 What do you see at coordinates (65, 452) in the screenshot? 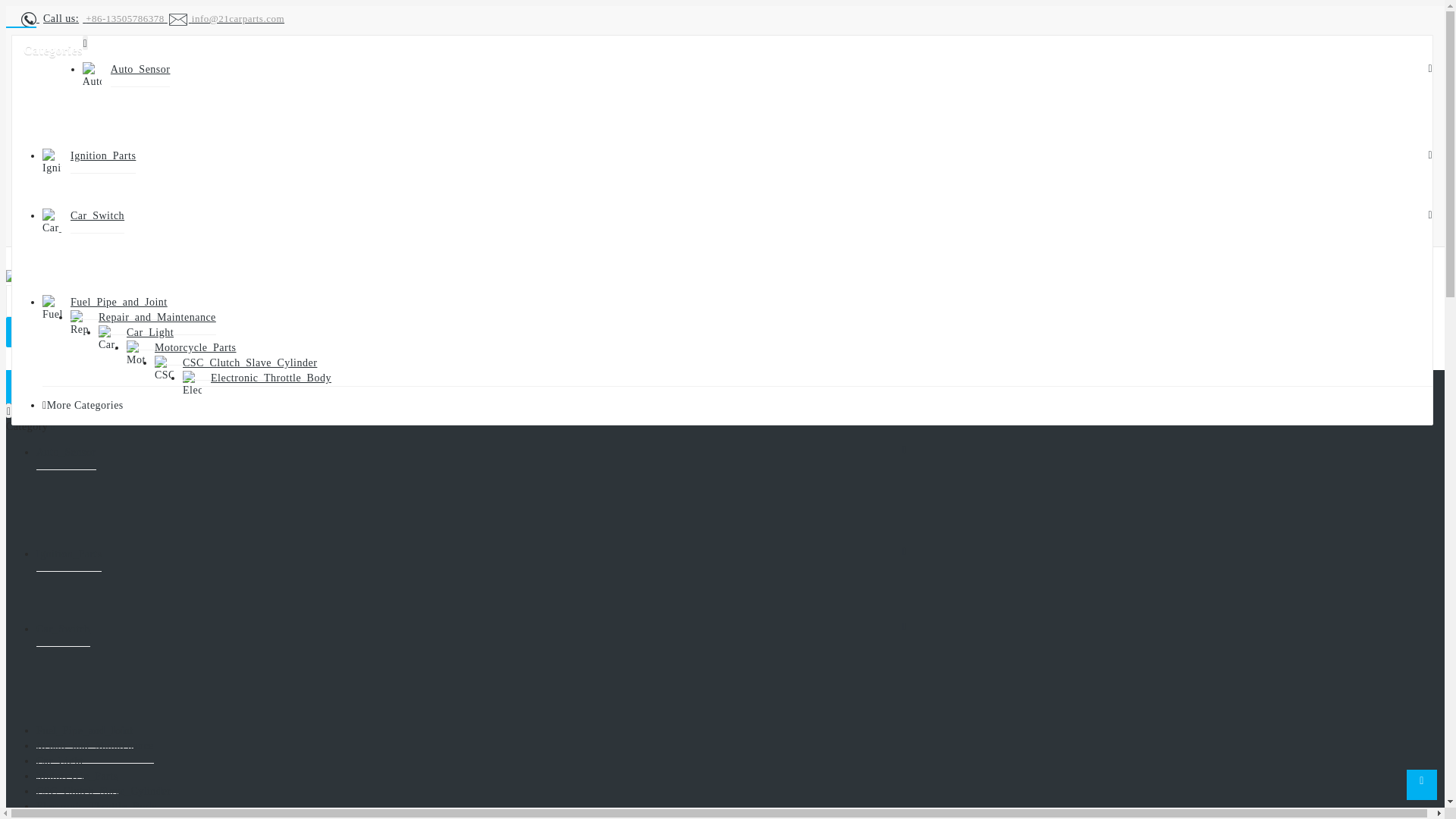
I see `'Auto_Sensor'` at bounding box center [65, 452].